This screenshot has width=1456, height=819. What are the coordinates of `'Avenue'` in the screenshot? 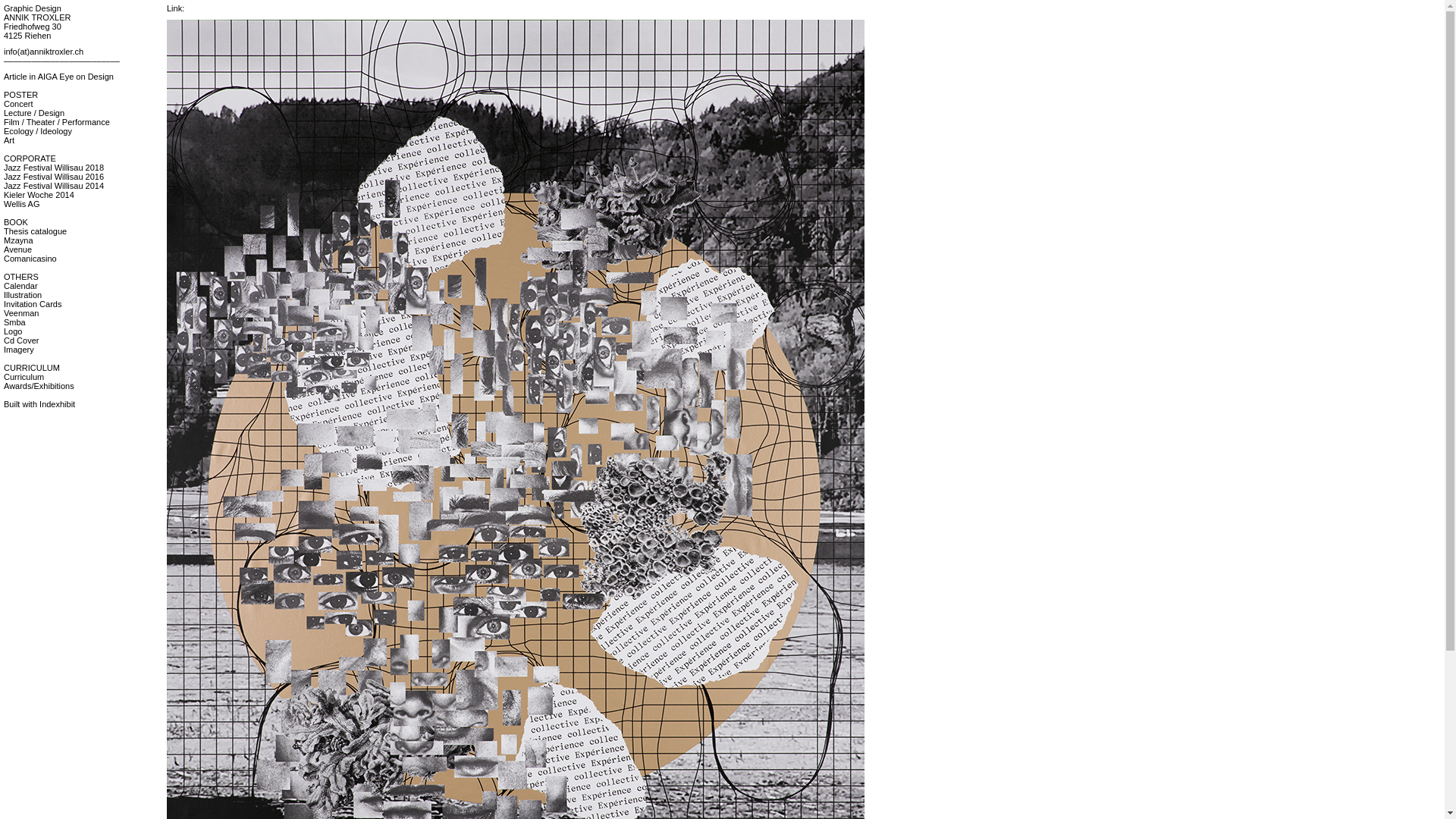 It's located at (3, 248).